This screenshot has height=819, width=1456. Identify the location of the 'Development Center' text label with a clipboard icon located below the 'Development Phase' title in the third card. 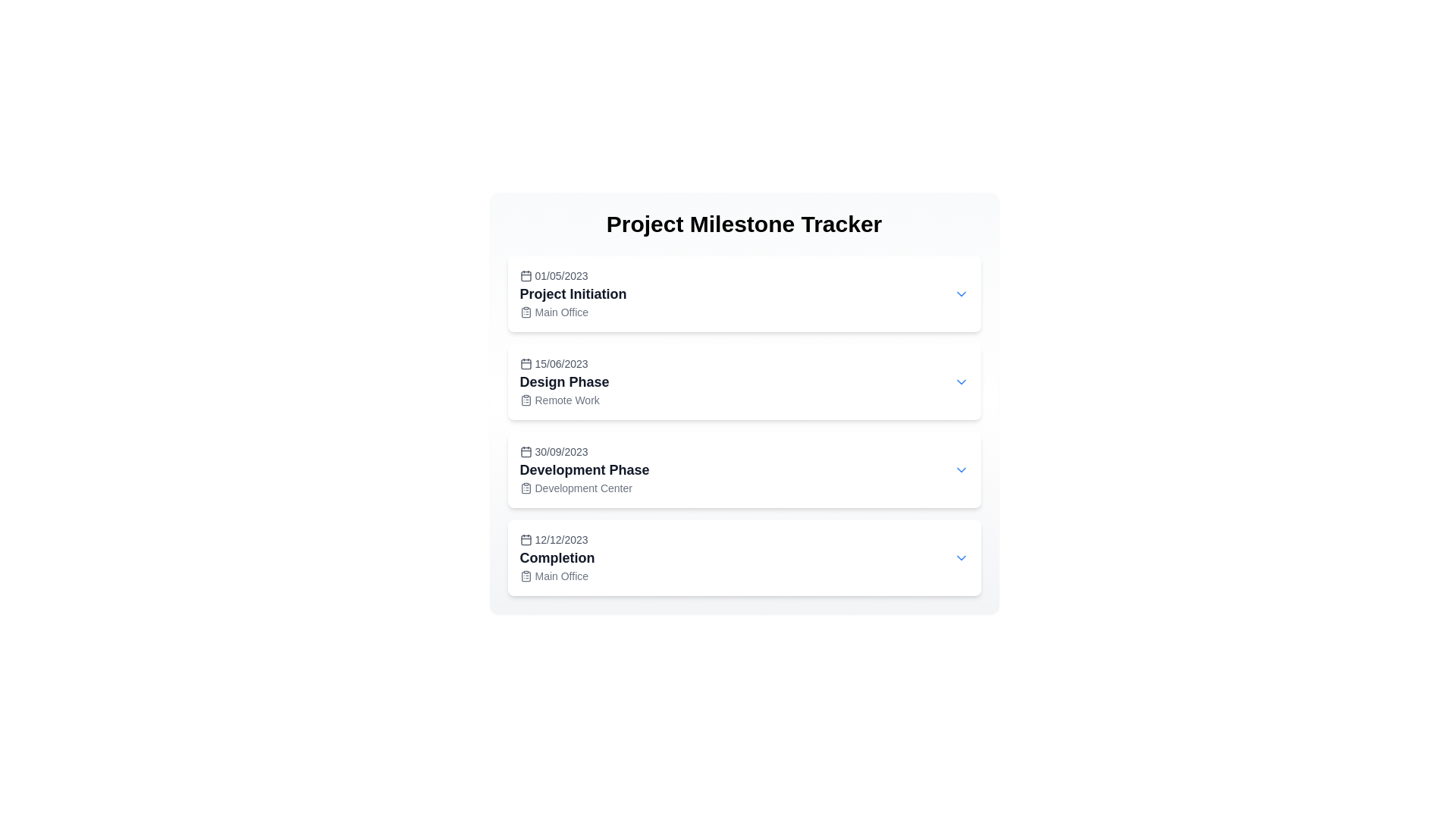
(584, 488).